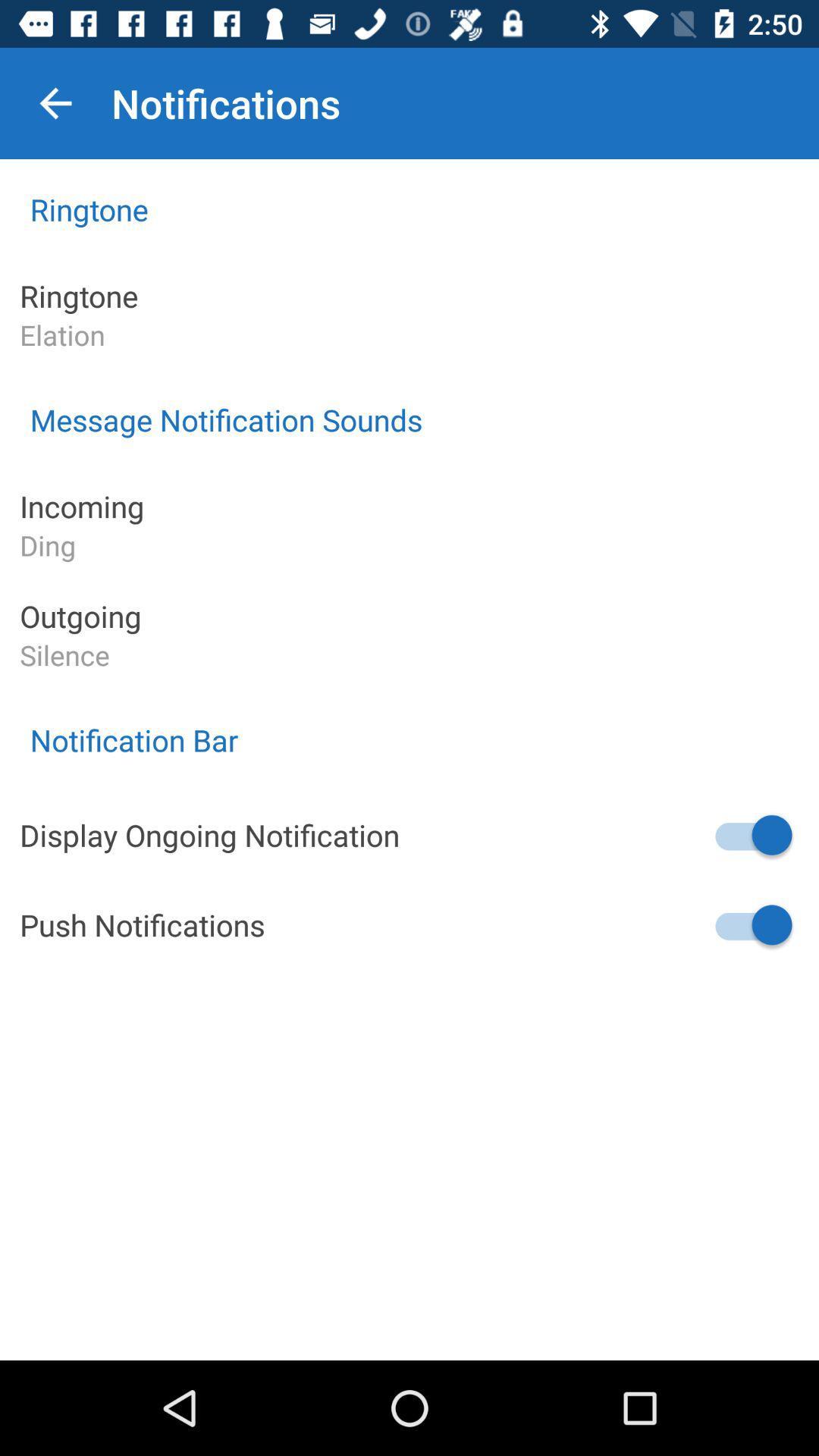 This screenshot has height=1456, width=819. Describe the element at coordinates (55, 102) in the screenshot. I see `icon next to notifications icon` at that location.